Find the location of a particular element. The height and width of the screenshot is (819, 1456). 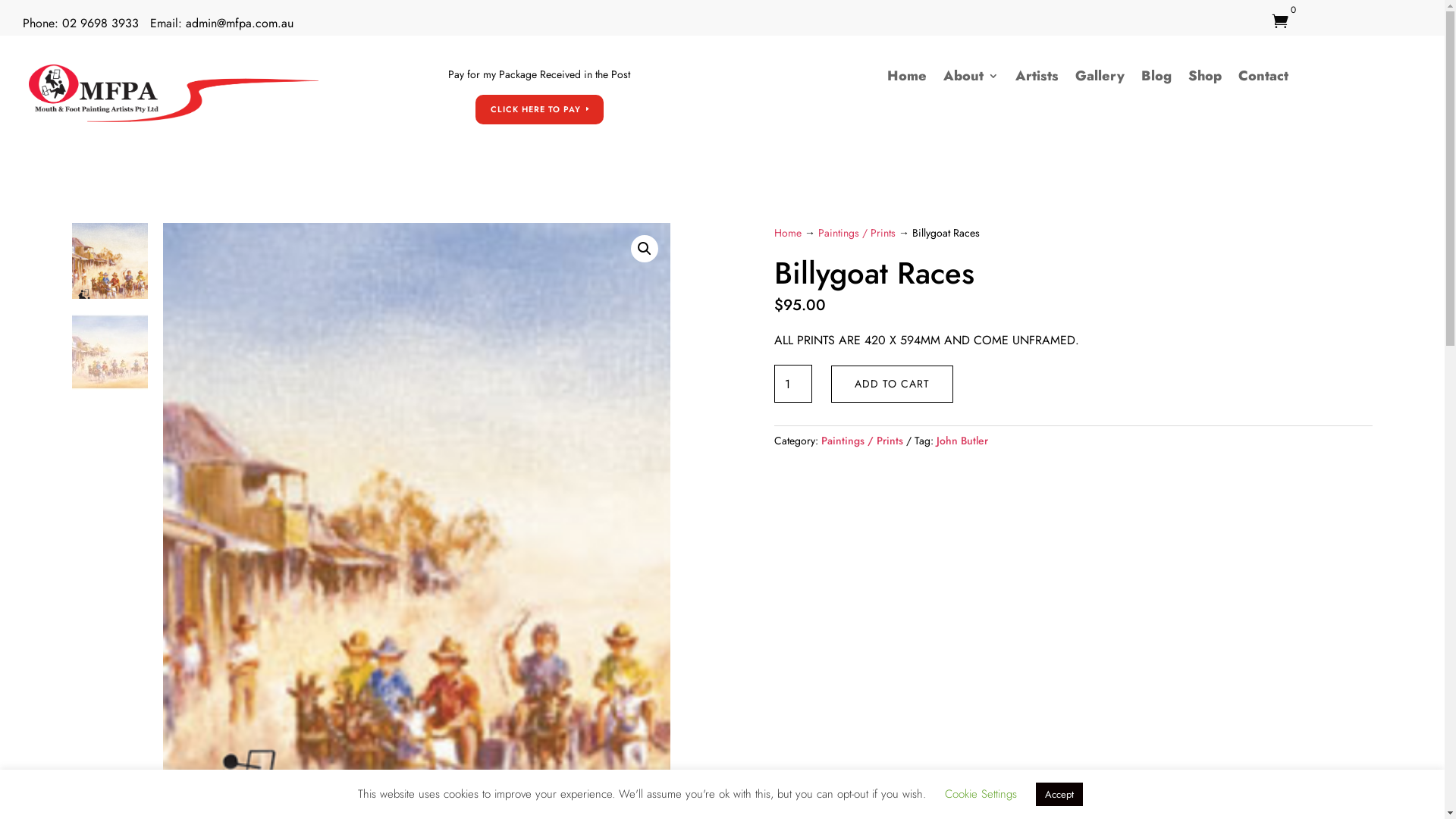

'Home' is located at coordinates (774, 233).